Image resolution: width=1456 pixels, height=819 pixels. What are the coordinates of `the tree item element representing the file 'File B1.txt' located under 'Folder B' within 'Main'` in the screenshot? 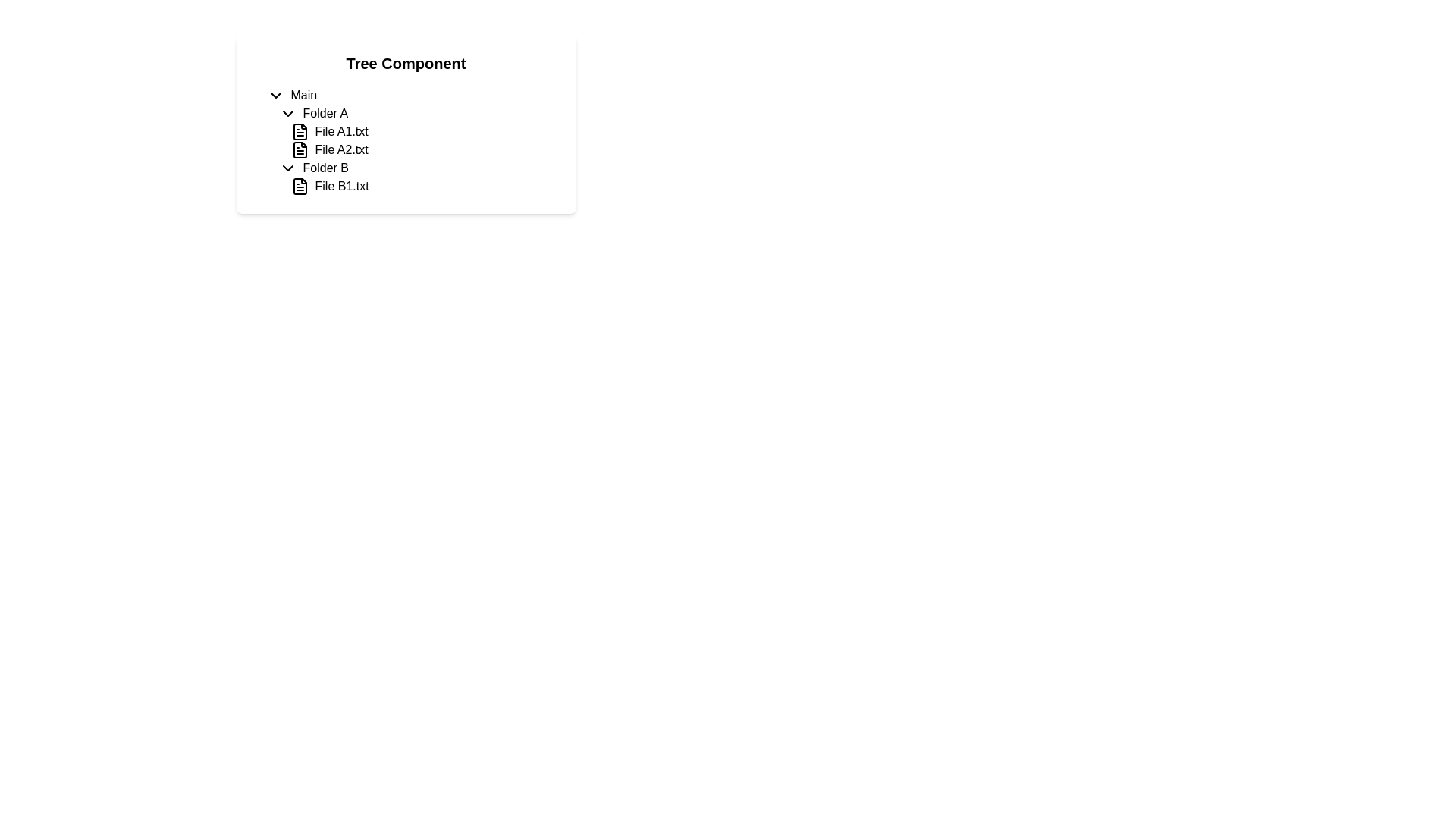 It's located at (412, 177).